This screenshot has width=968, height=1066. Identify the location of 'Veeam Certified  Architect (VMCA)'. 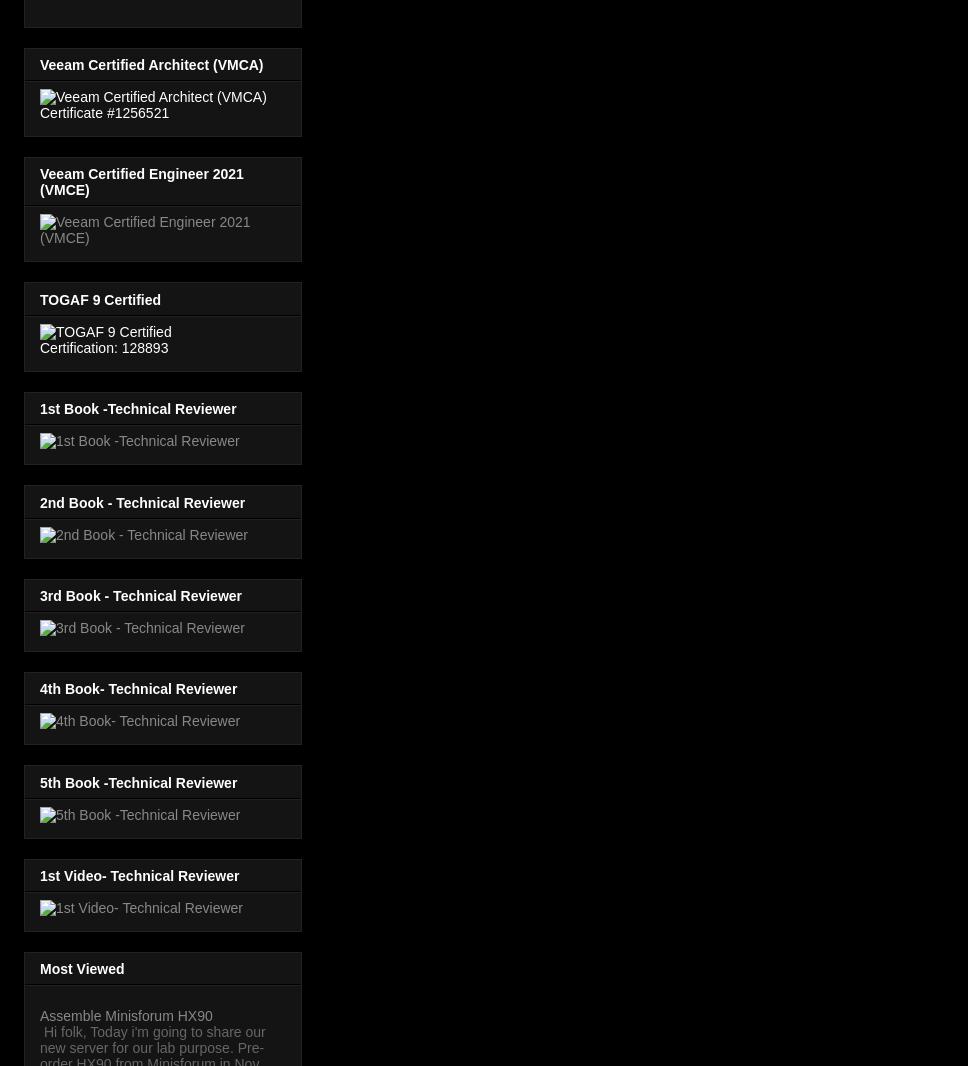
(150, 62).